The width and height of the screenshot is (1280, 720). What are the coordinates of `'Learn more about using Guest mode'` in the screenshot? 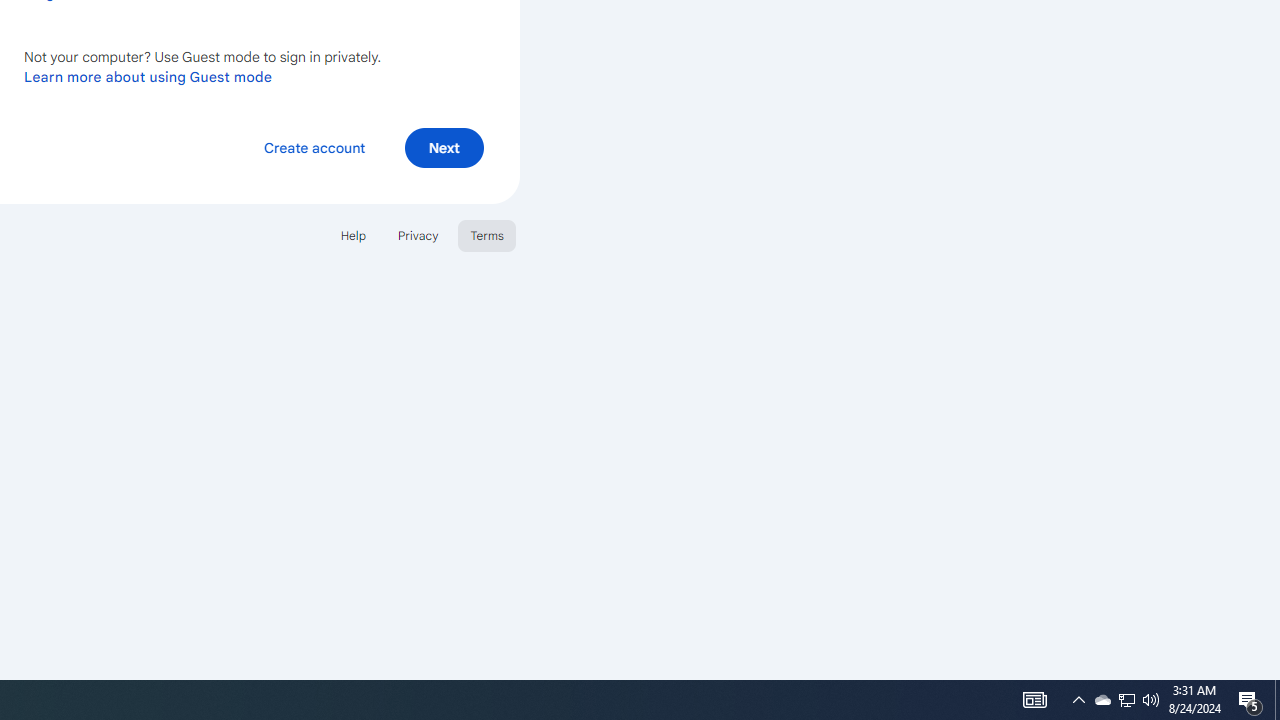 It's located at (147, 75).